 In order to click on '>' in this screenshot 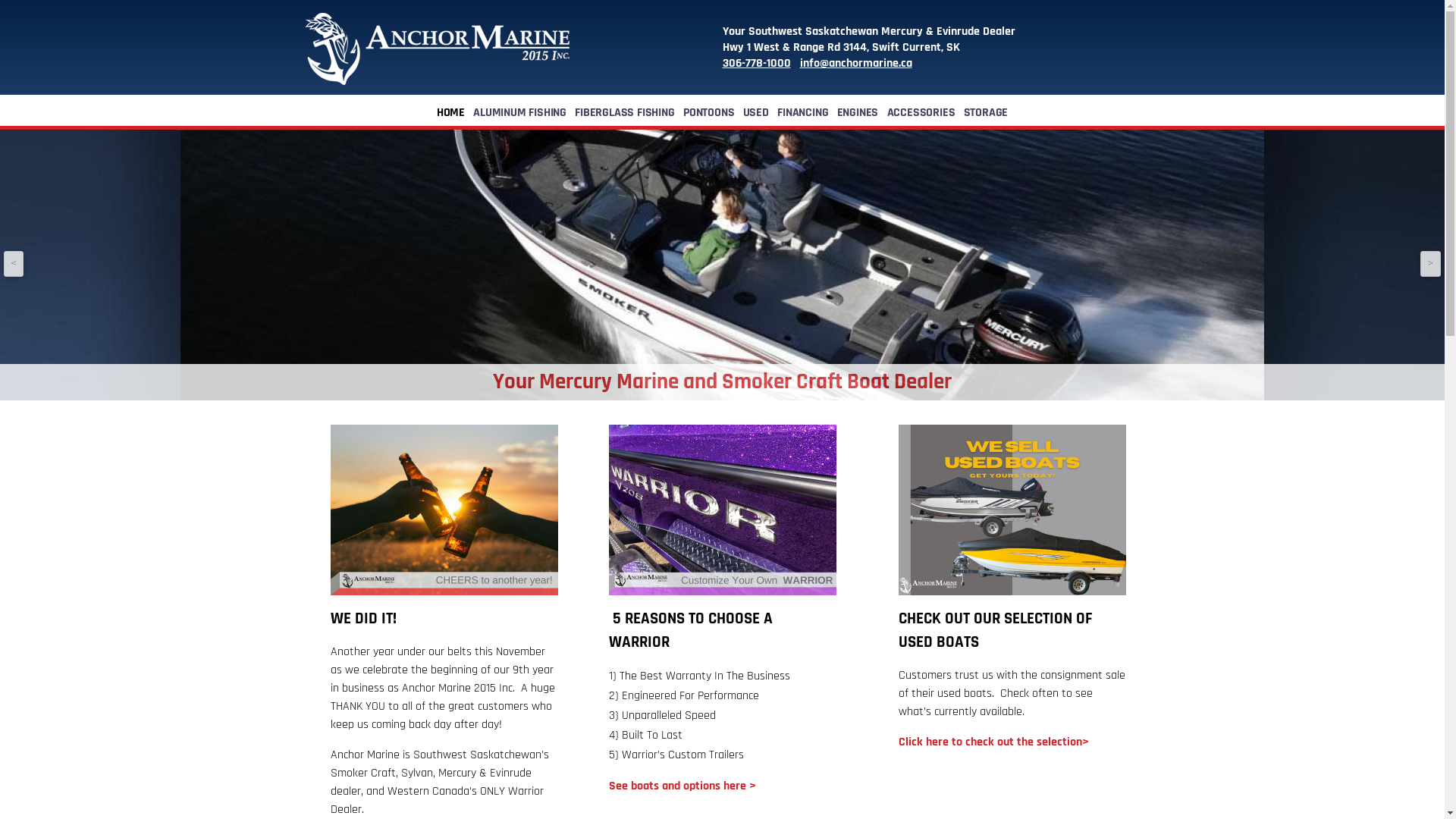, I will do `click(1429, 262)`.